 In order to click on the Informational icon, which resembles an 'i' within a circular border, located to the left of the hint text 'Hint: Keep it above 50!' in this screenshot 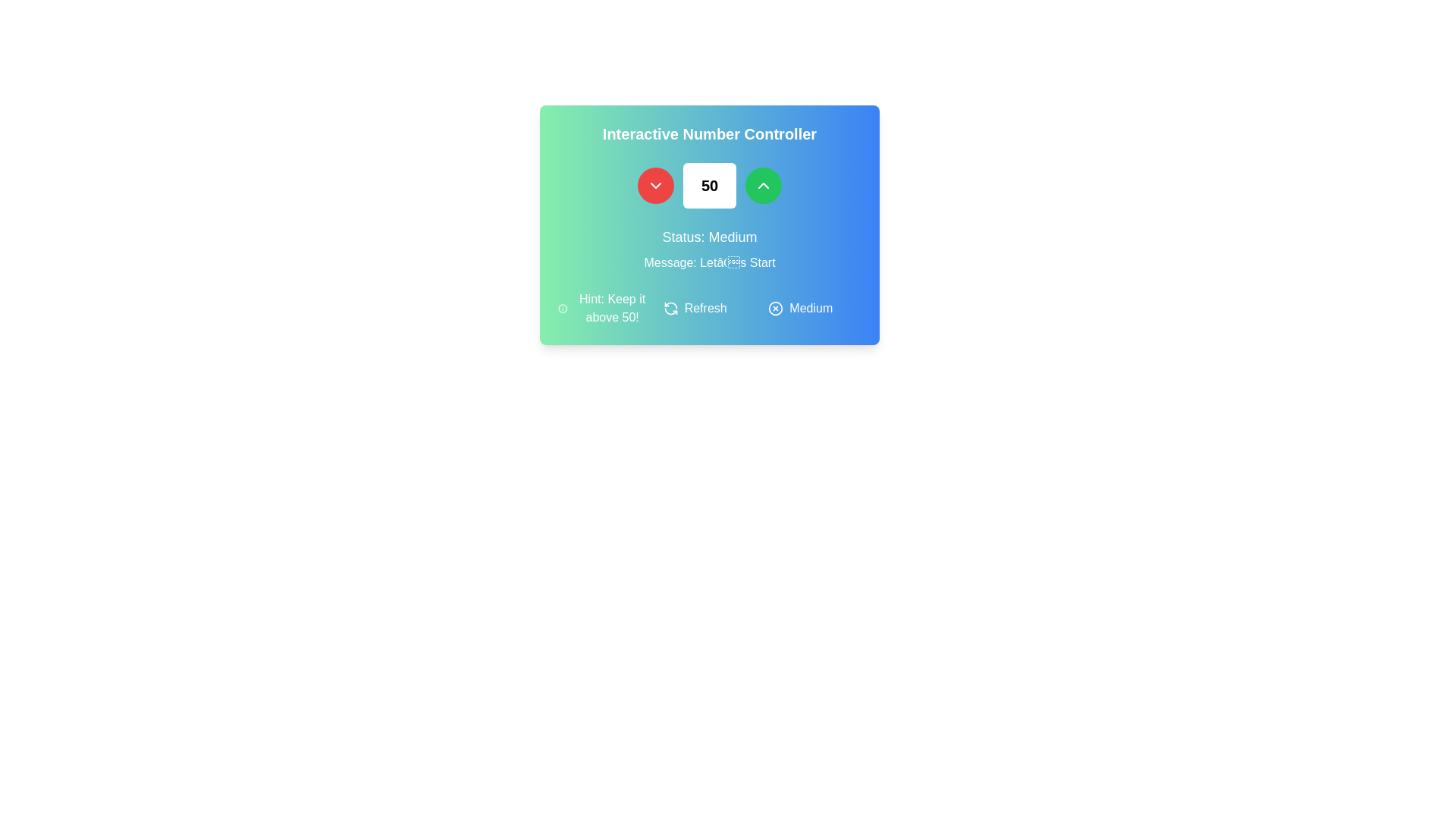, I will do `click(562, 308)`.